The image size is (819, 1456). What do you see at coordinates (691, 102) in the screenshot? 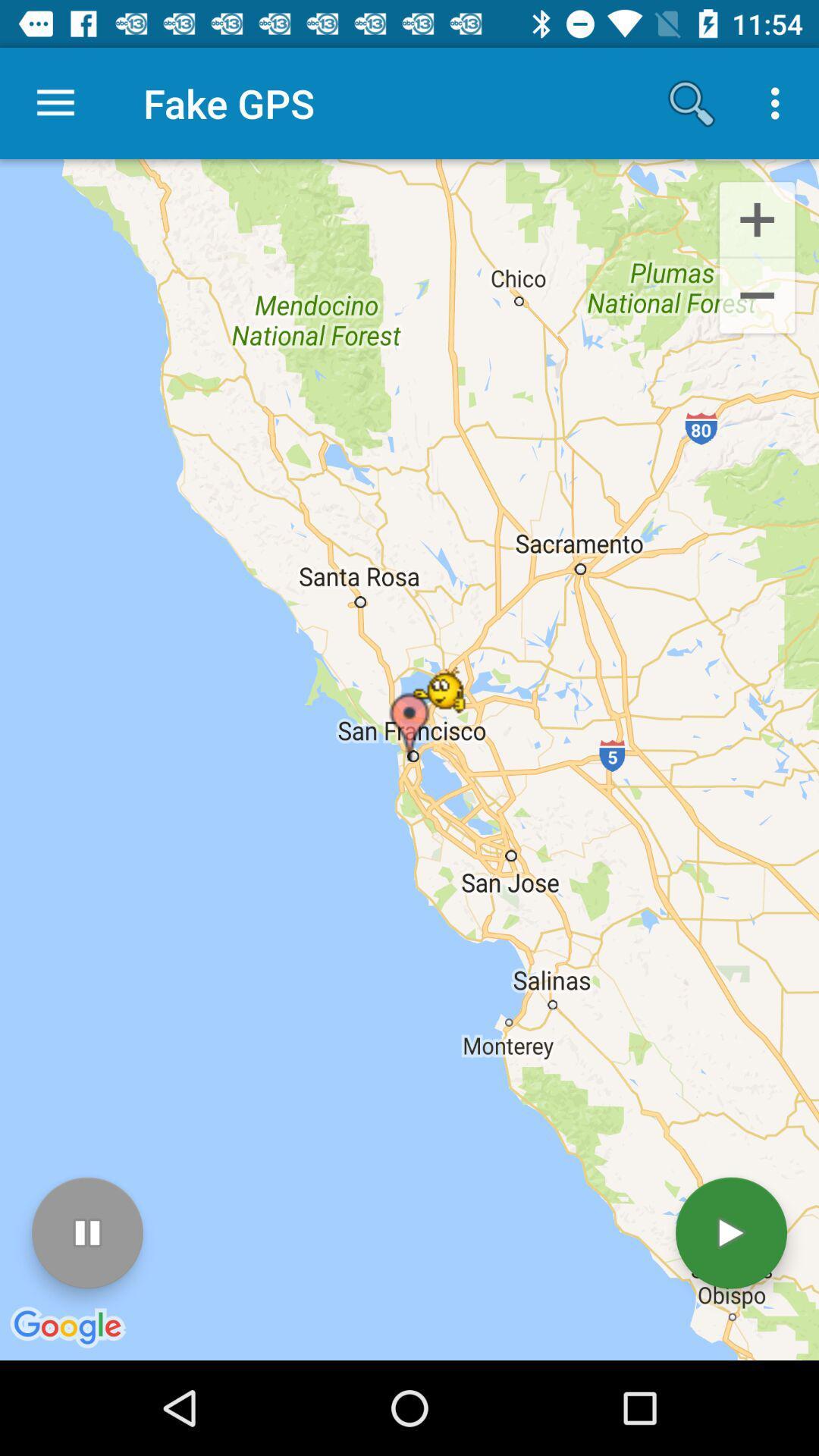
I see `item to the right of the fake gps` at bounding box center [691, 102].